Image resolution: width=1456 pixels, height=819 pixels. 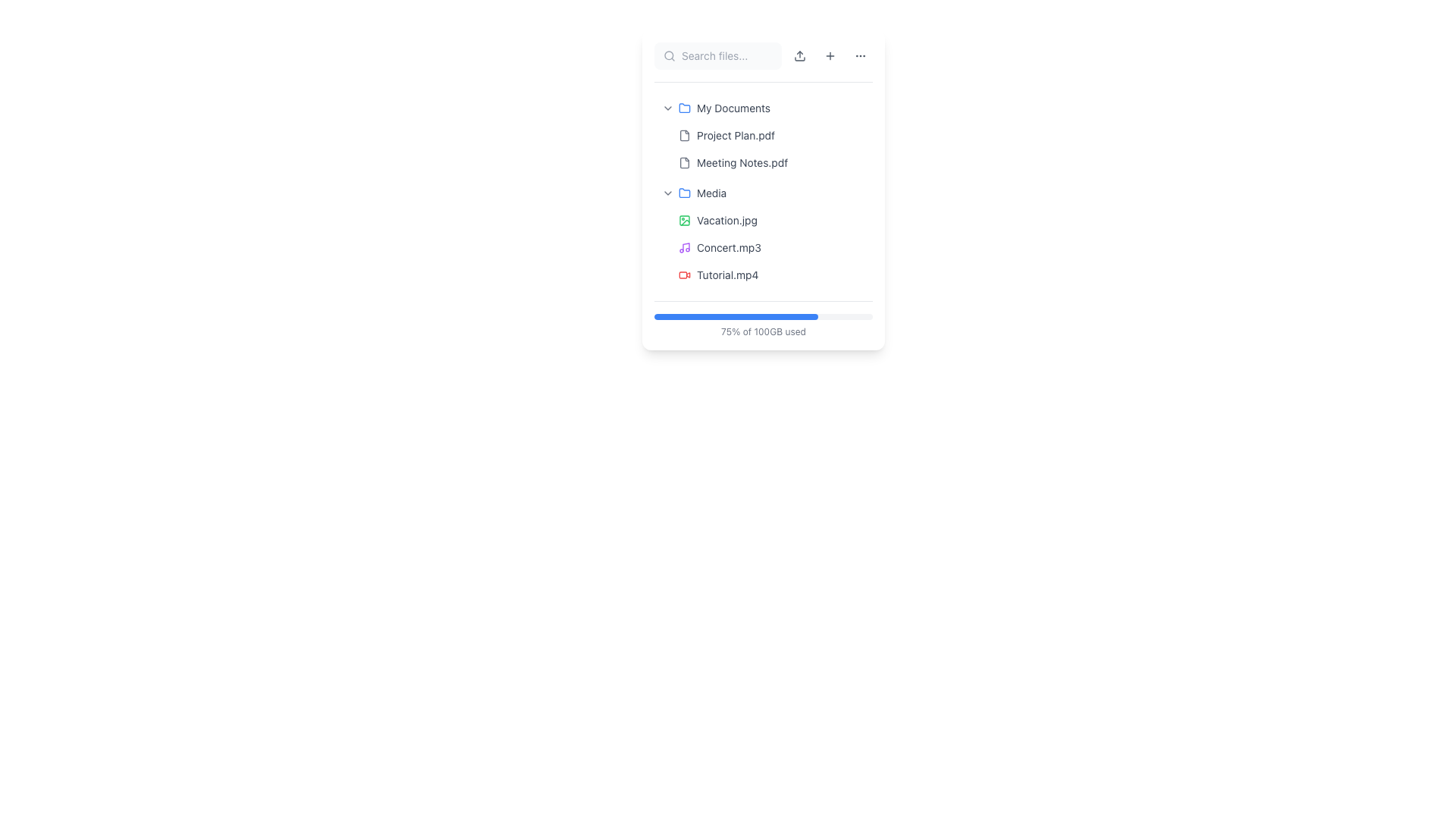 What do you see at coordinates (728, 247) in the screenshot?
I see `on the text label representing the audio file 'Concert.mp3' located under the 'Media' section, which is the second item in the list` at bounding box center [728, 247].